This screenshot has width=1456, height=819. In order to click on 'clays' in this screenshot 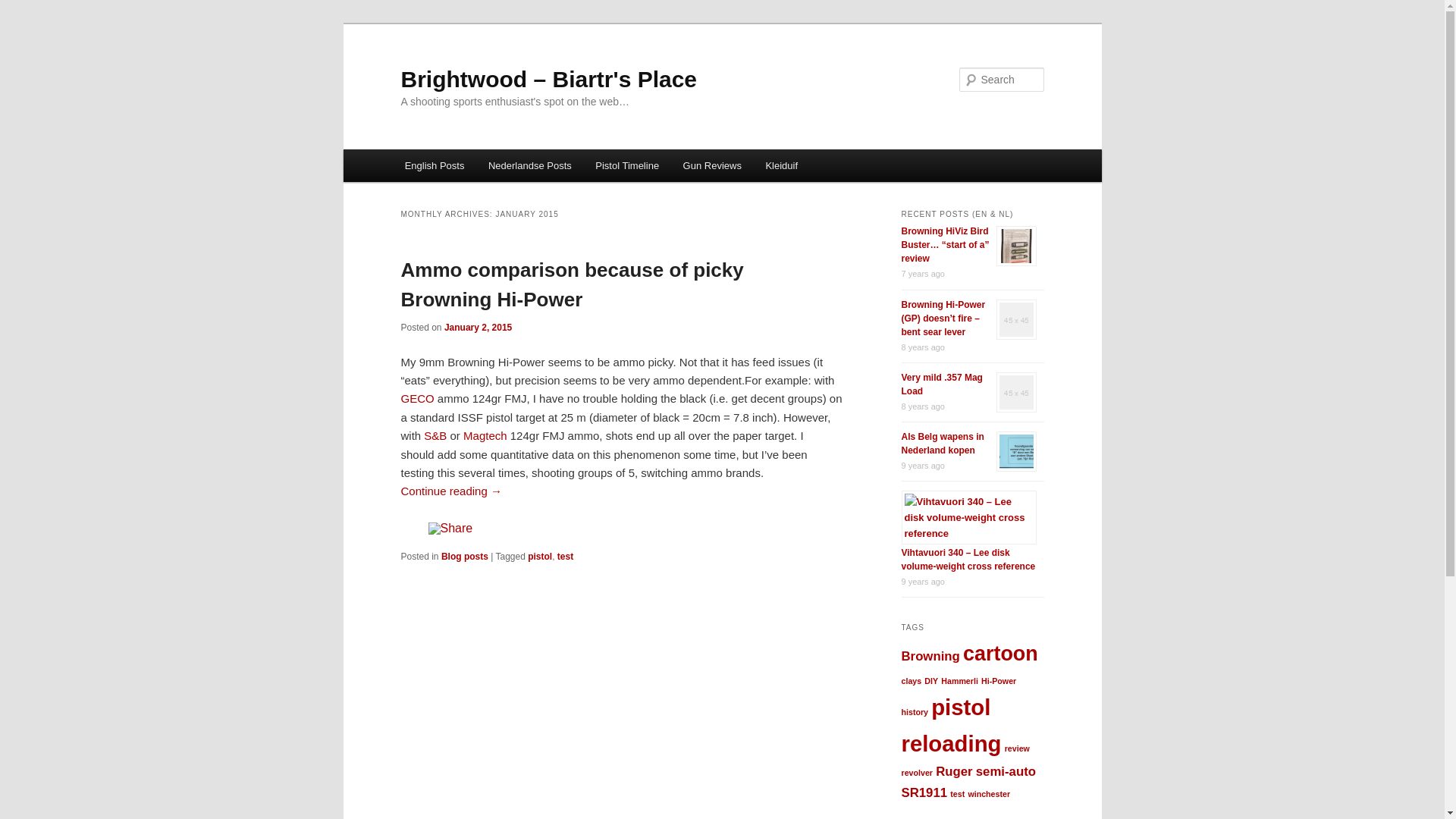, I will do `click(910, 680)`.